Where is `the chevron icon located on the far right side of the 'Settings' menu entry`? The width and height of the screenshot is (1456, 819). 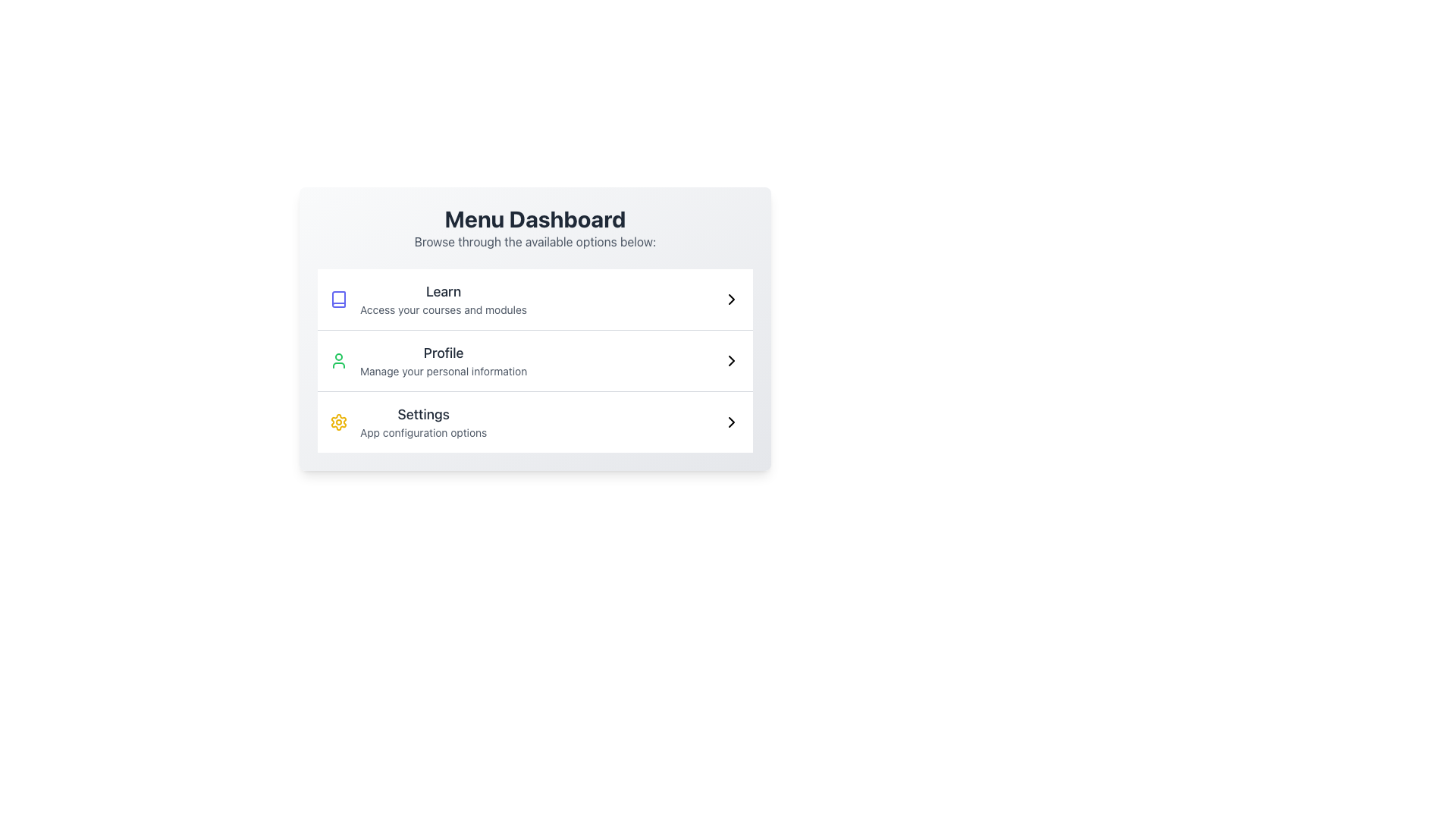
the chevron icon located on the far right side of the 'Settings' menu entry is located at coordinates (731, 422).